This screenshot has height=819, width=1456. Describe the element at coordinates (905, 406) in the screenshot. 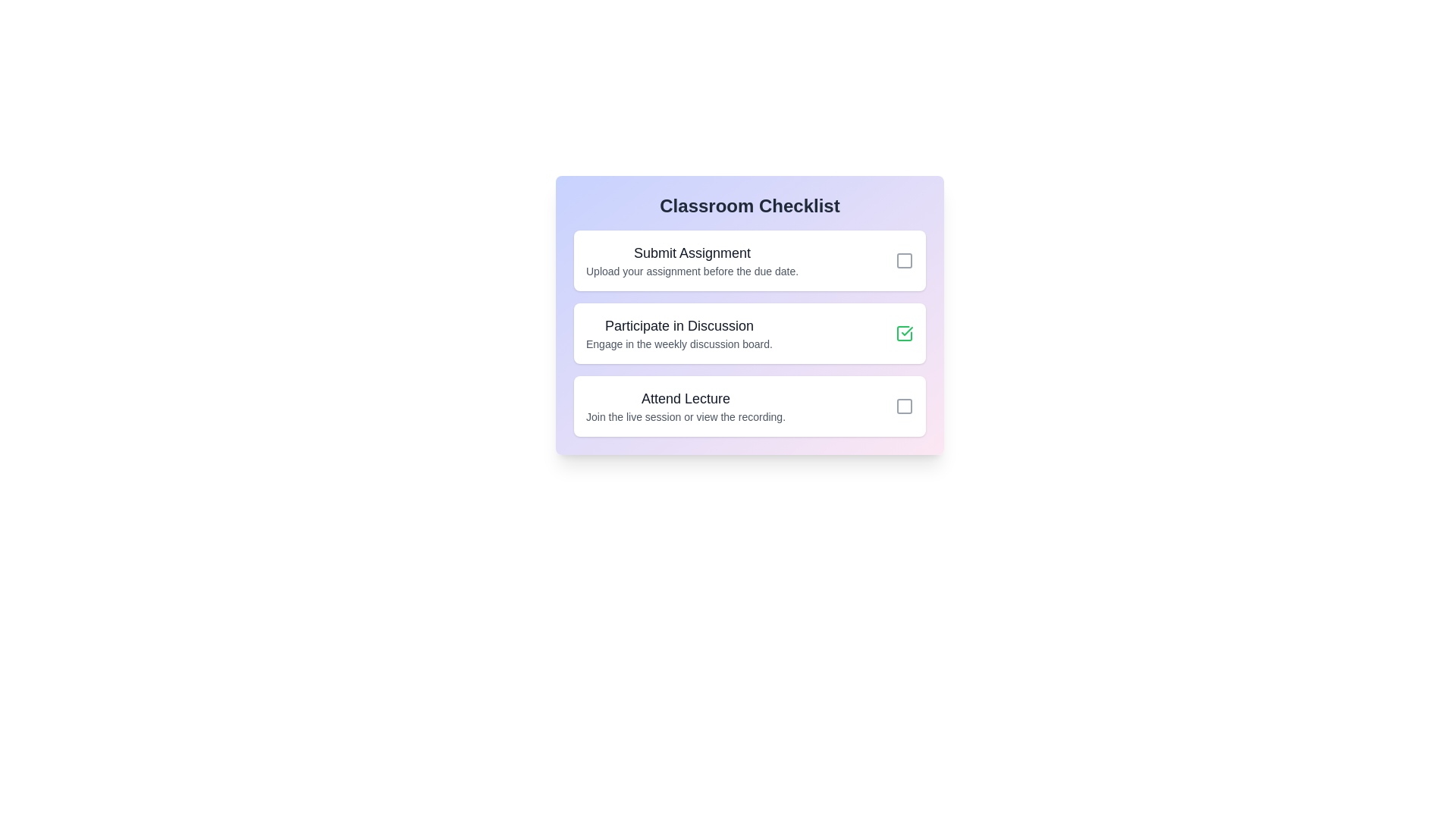

I see `the checkbox located at the far-right end of the 'Attend Lecture' item card to mark the associated checklist item as completed` at that location.